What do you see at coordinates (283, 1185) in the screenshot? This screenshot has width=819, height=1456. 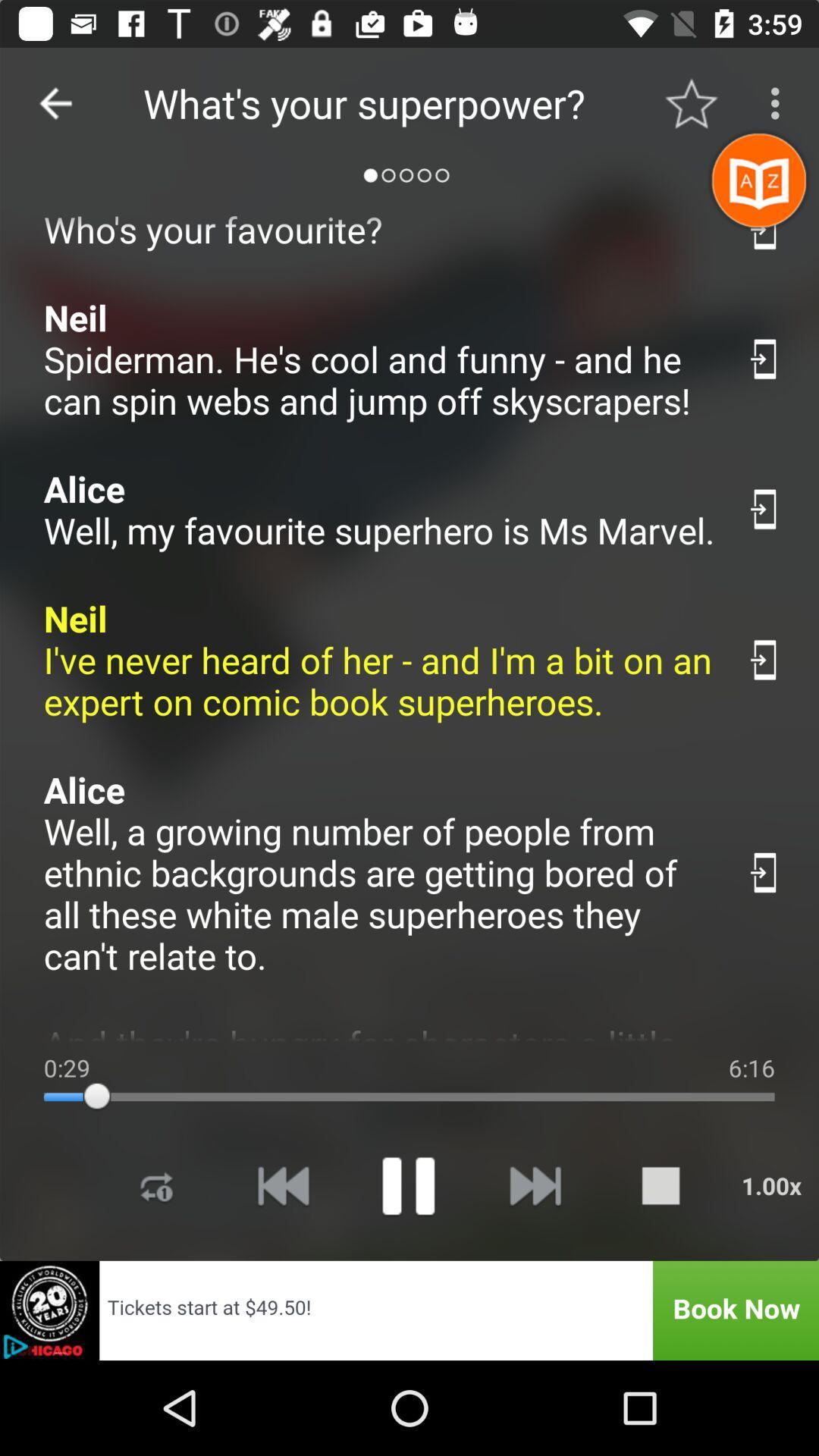 I see `the av_rewind icon` at bounding box center [283, 1185].